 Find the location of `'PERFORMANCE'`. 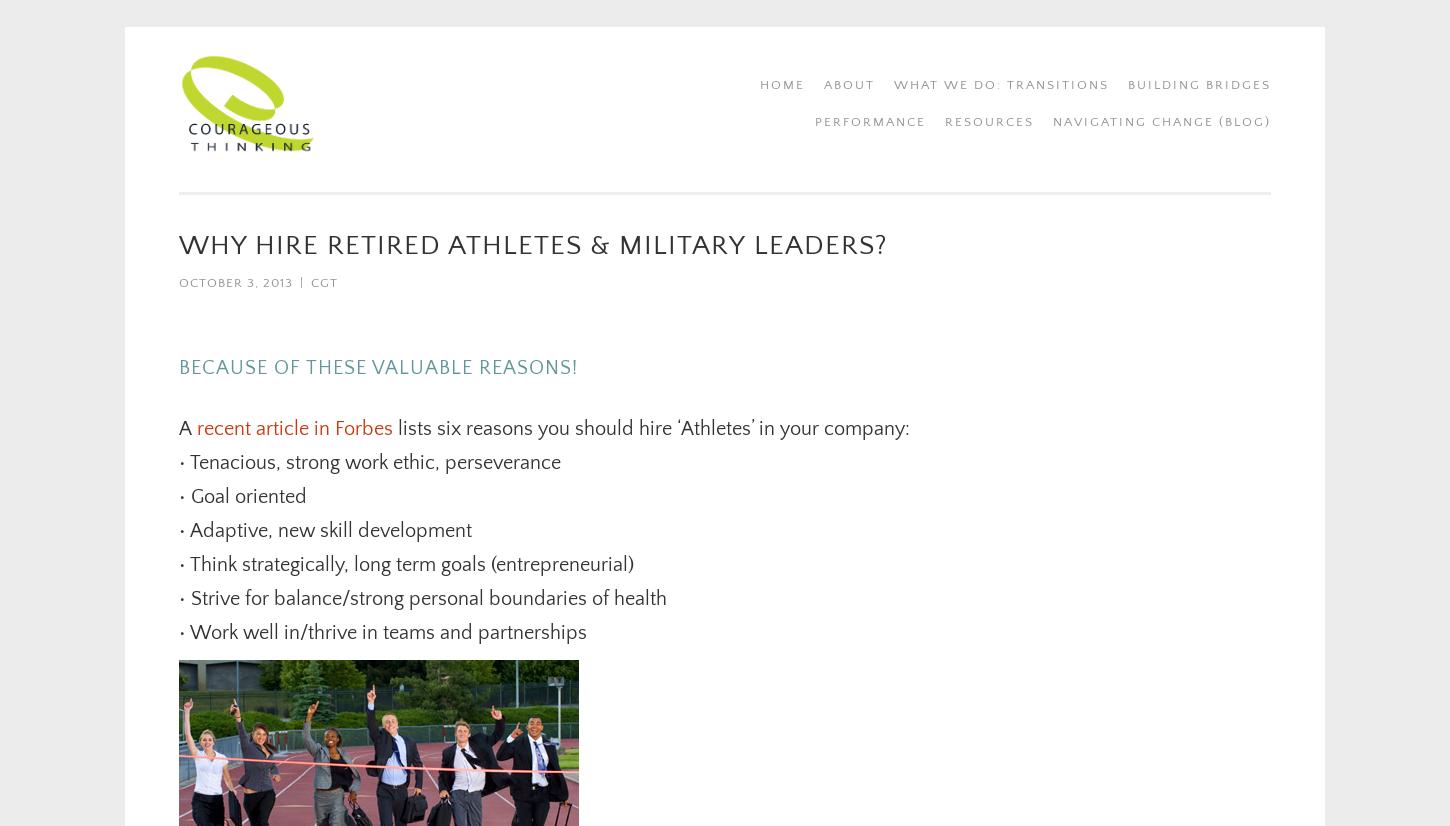

'PERFORMANCE' is located at coordinates (869, 122).